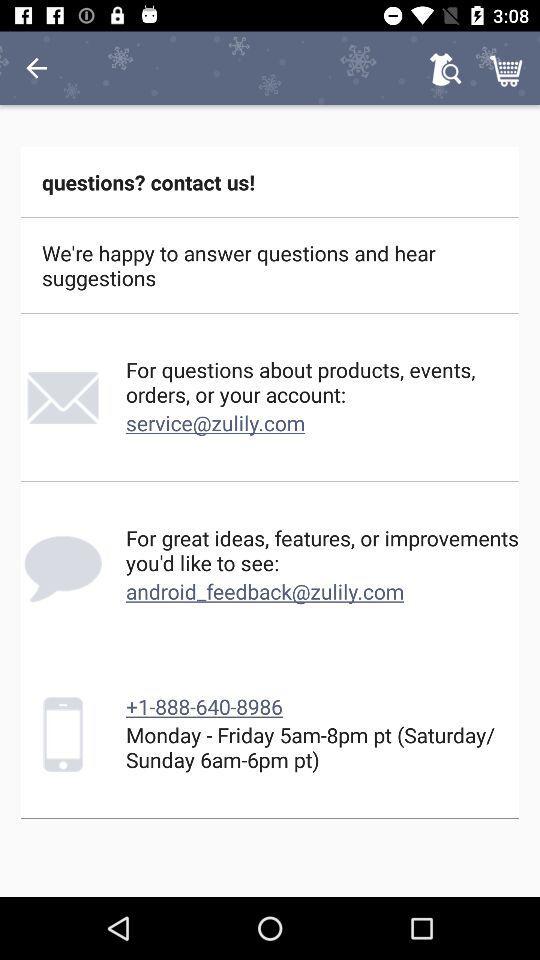  What do you see at coordinates (36, 68) in the screenshot?
I see `item at the top left corner` at bounding box center [36, 68].